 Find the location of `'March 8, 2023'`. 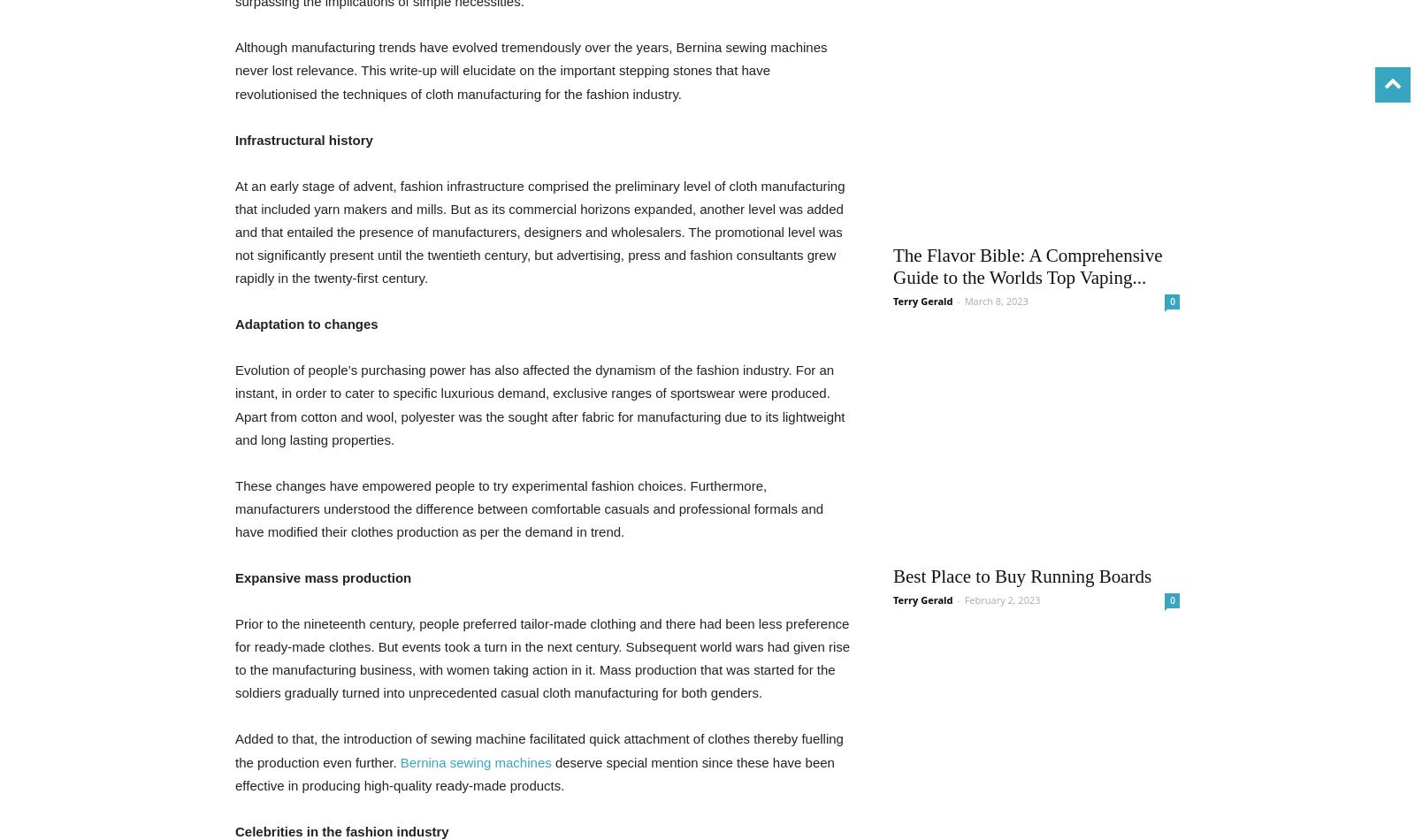

'March 8, 2023' is located at coordinates (995, 300).